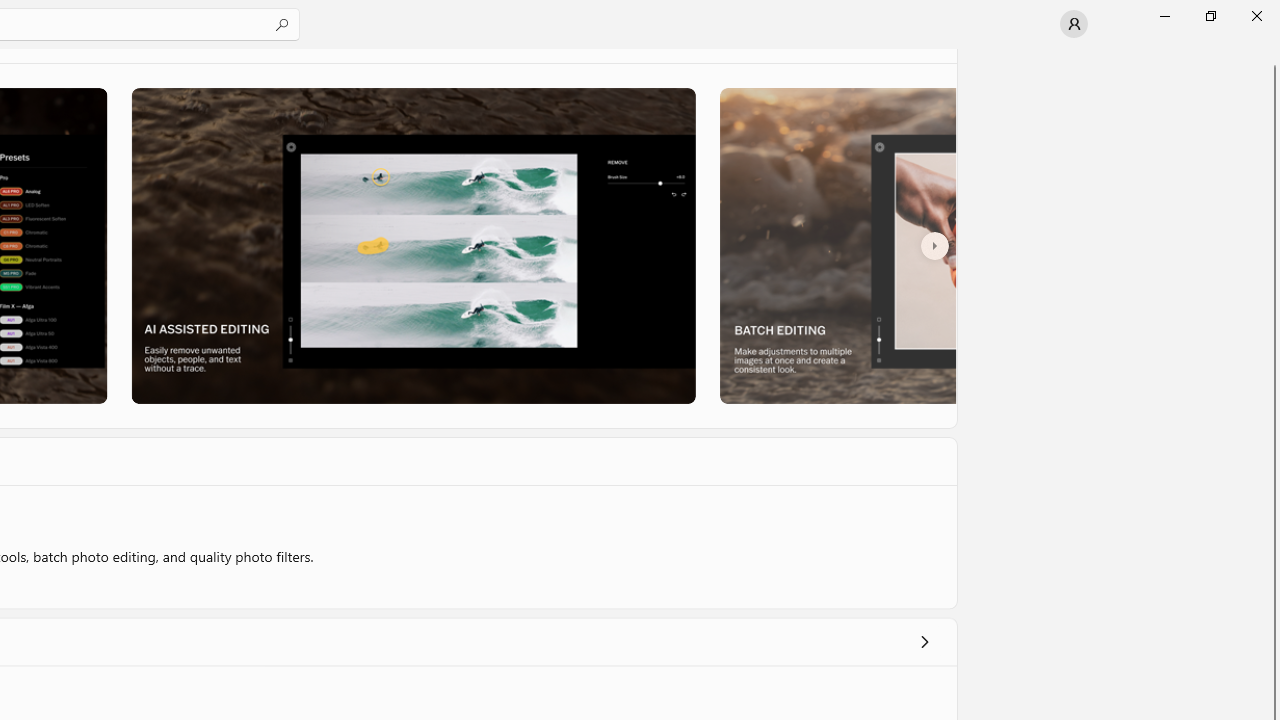 The image size is (1280, 720). I want to click on 'Restore Microsoft Store', so click(1209, 15).